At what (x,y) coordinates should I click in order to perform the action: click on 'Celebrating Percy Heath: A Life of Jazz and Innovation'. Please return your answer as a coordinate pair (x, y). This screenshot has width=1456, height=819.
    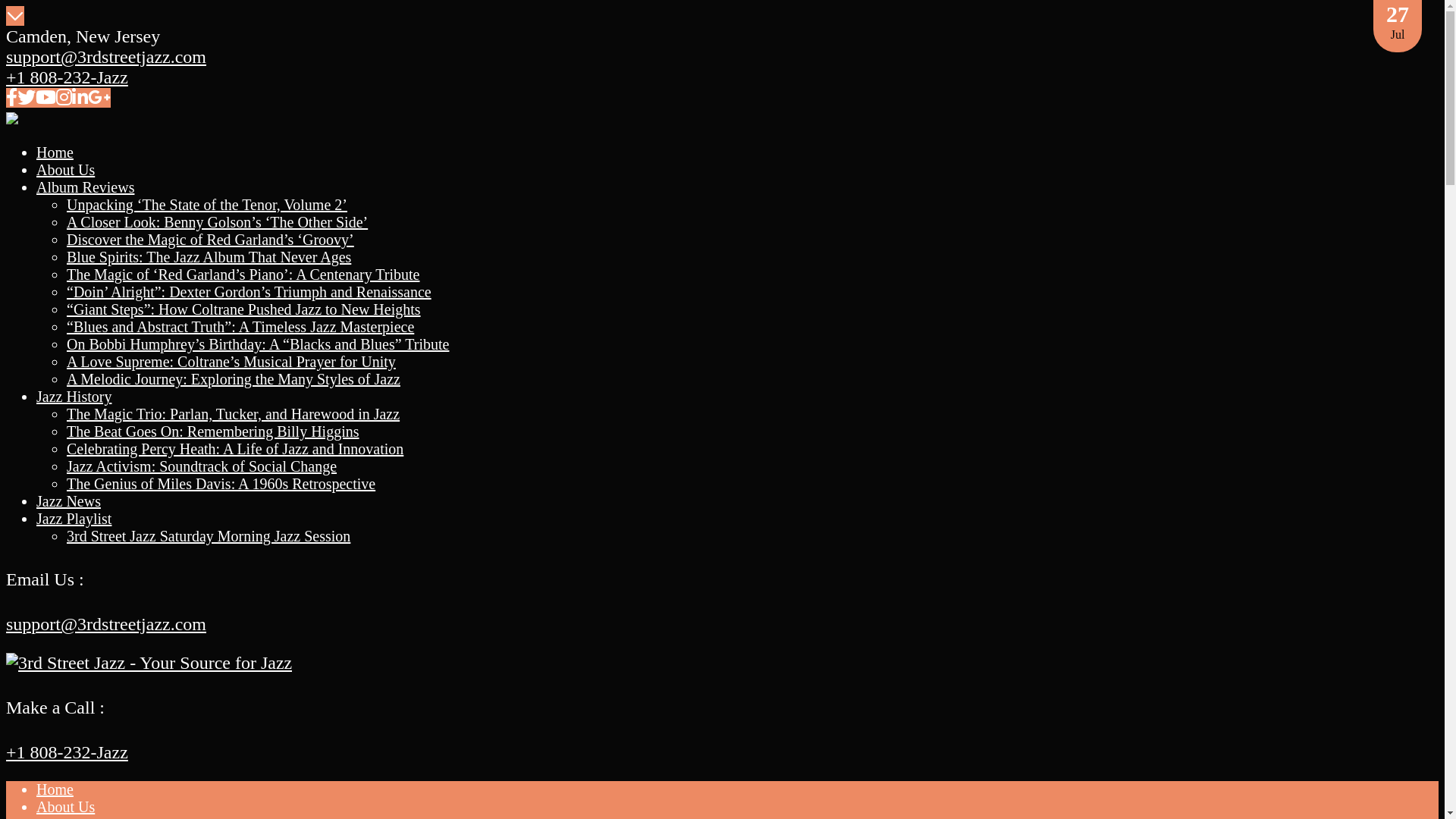
    Looking at the image, I should click on (234, 447).